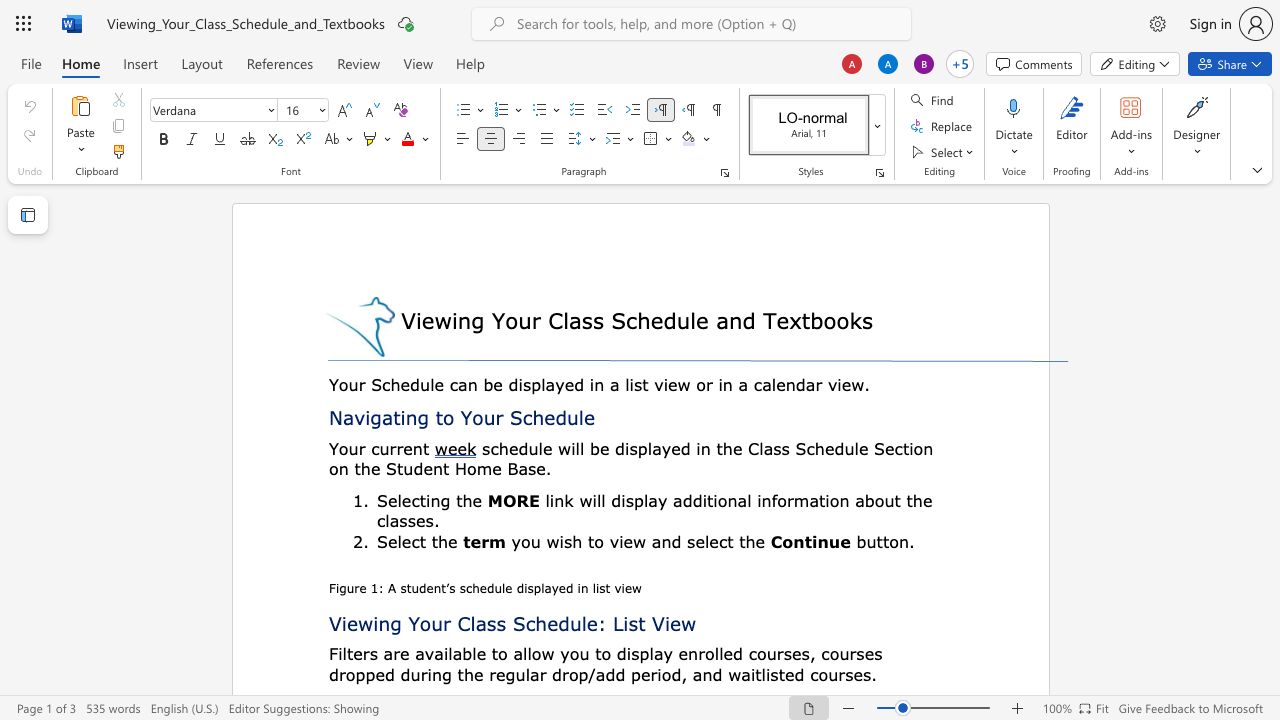 This screenshot has height=720, width=1280. Describe the element at coordinates (576, 416) in the screenshot. I see `the space between the continuous character "u" and "l" in the text` at that location.